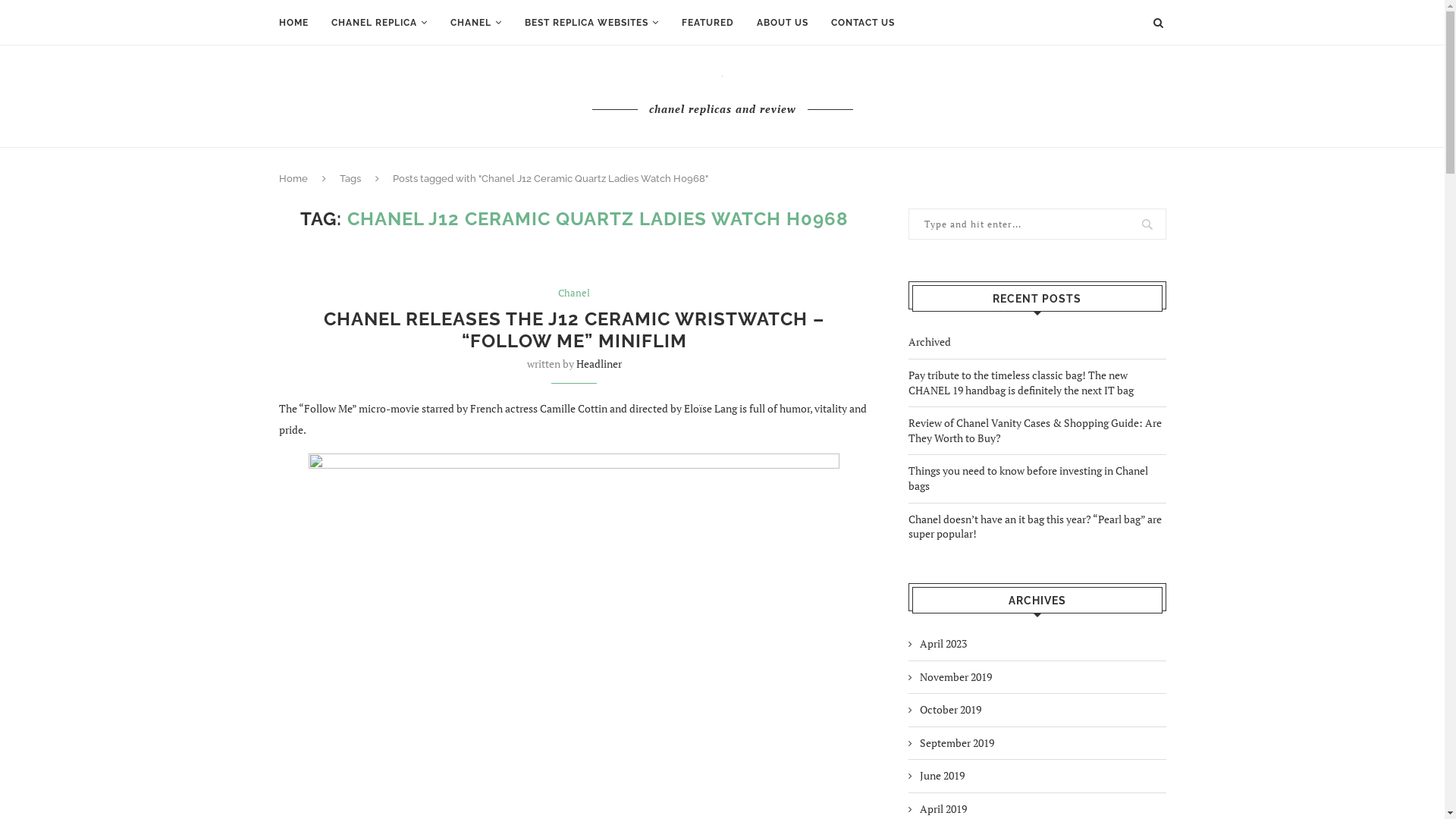 This screenshot has height=819, width=1456. Describe the element at coordinates (937, 643) in the screenshot. I see `'April 2023'` at that location.